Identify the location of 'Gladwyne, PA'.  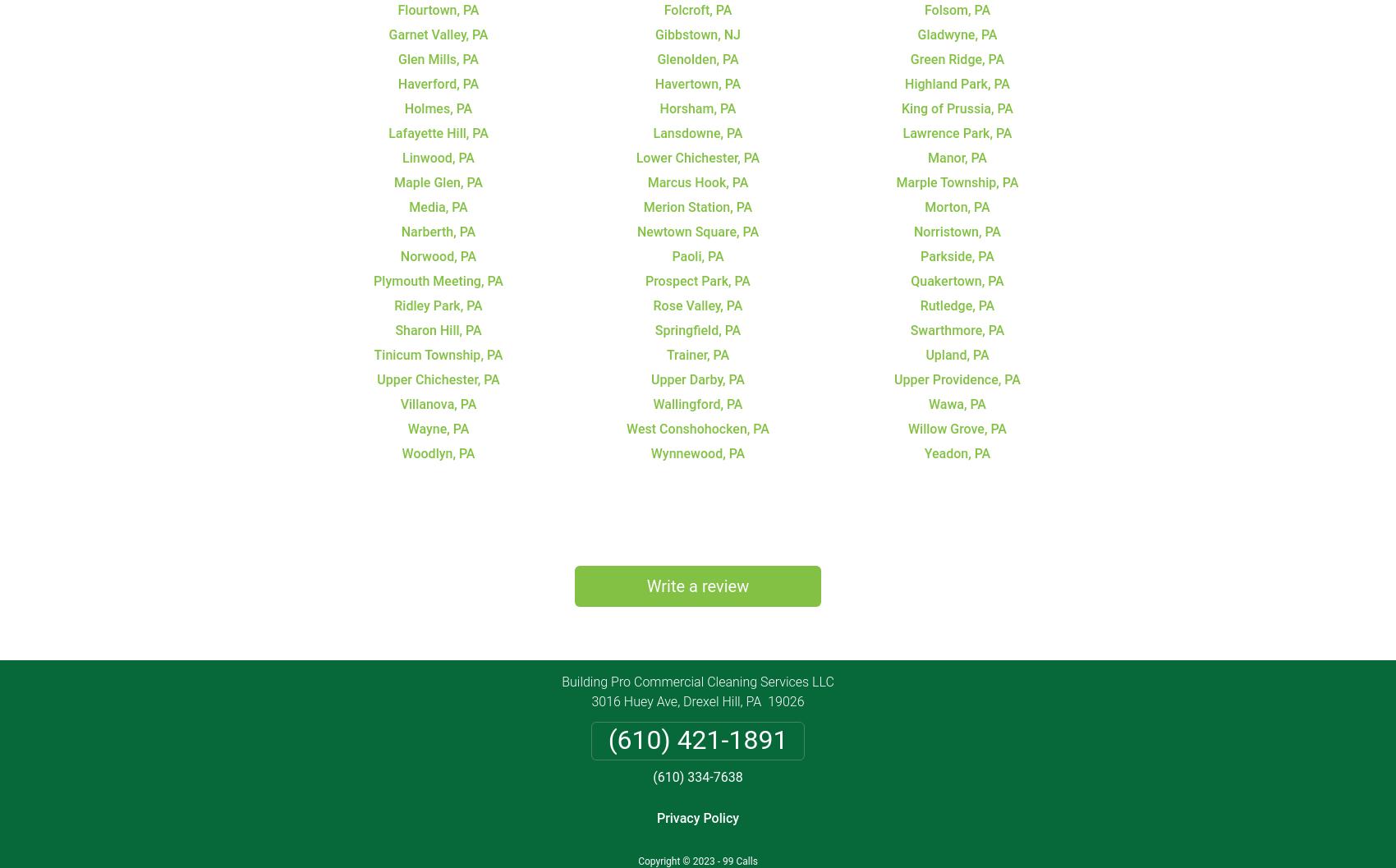
(917, 34).